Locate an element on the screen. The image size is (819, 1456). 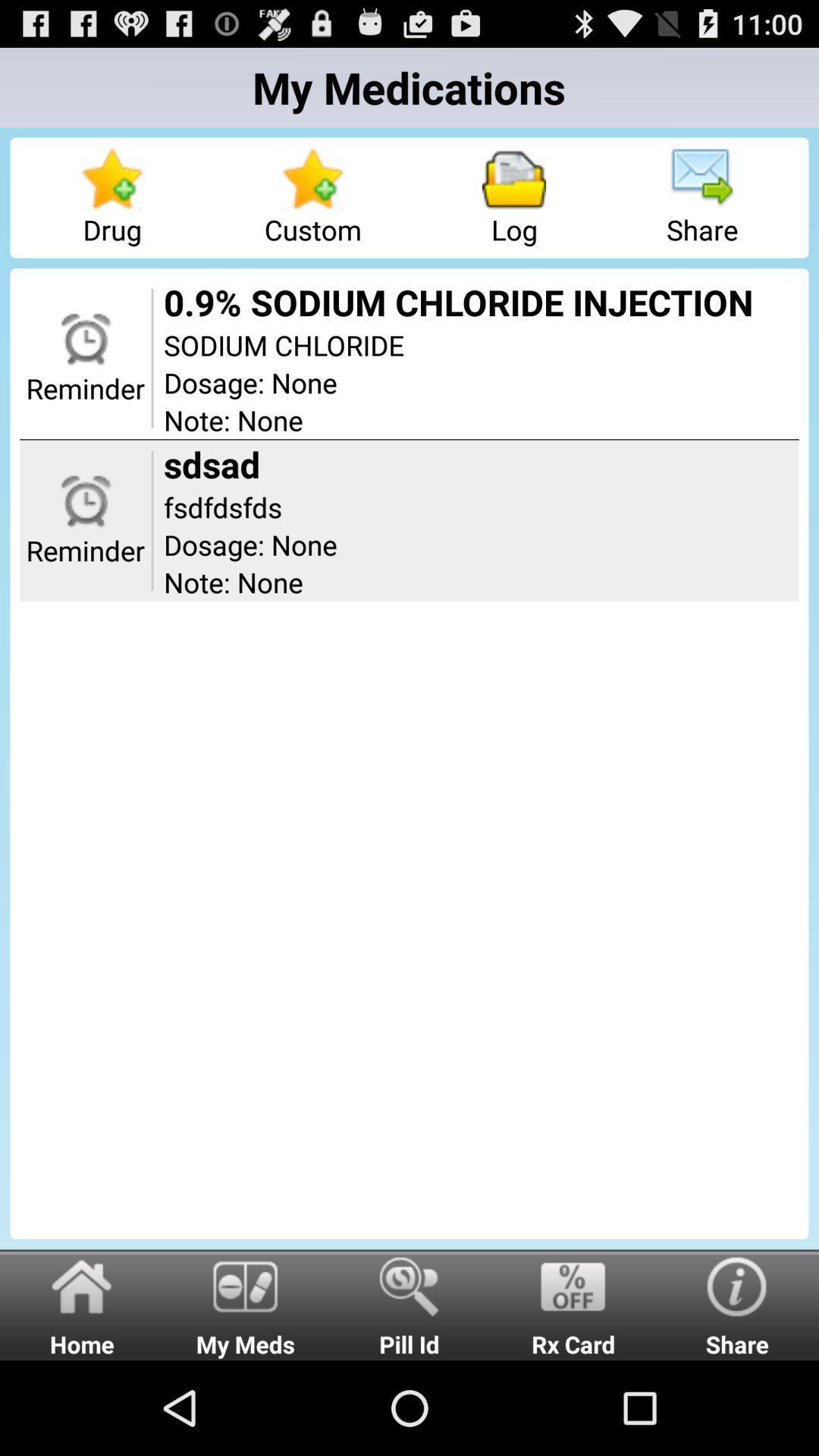
the app below note: none item is located at coordinates (409, 1304).